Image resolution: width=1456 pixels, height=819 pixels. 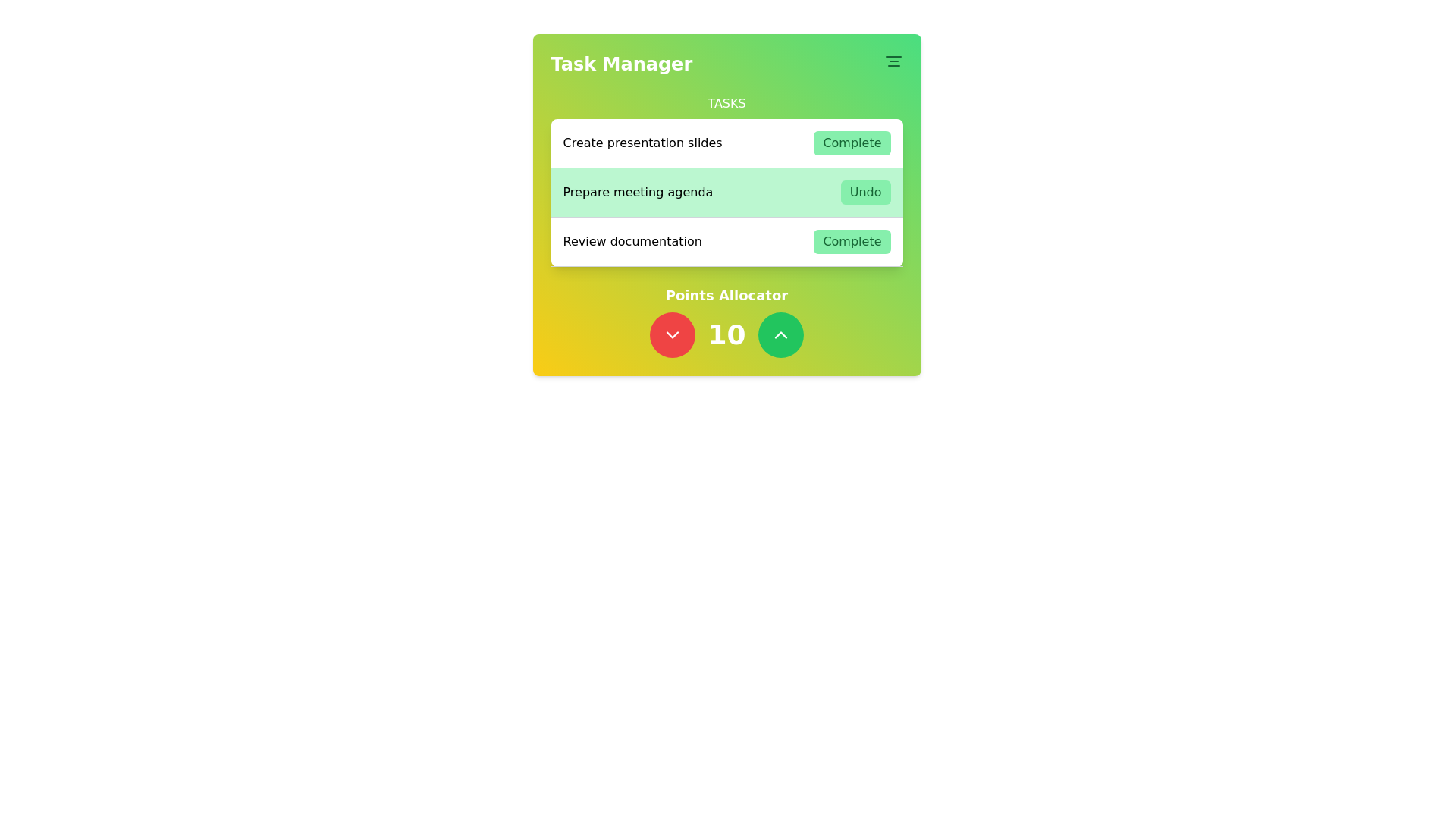 What do you see at coordinates (632, 241) in the screenshot?
I see `the text label that serves as a descriptor for a task in the task management interface, located to the left of the green 'Complete' button` at bounding box center [632, 241].